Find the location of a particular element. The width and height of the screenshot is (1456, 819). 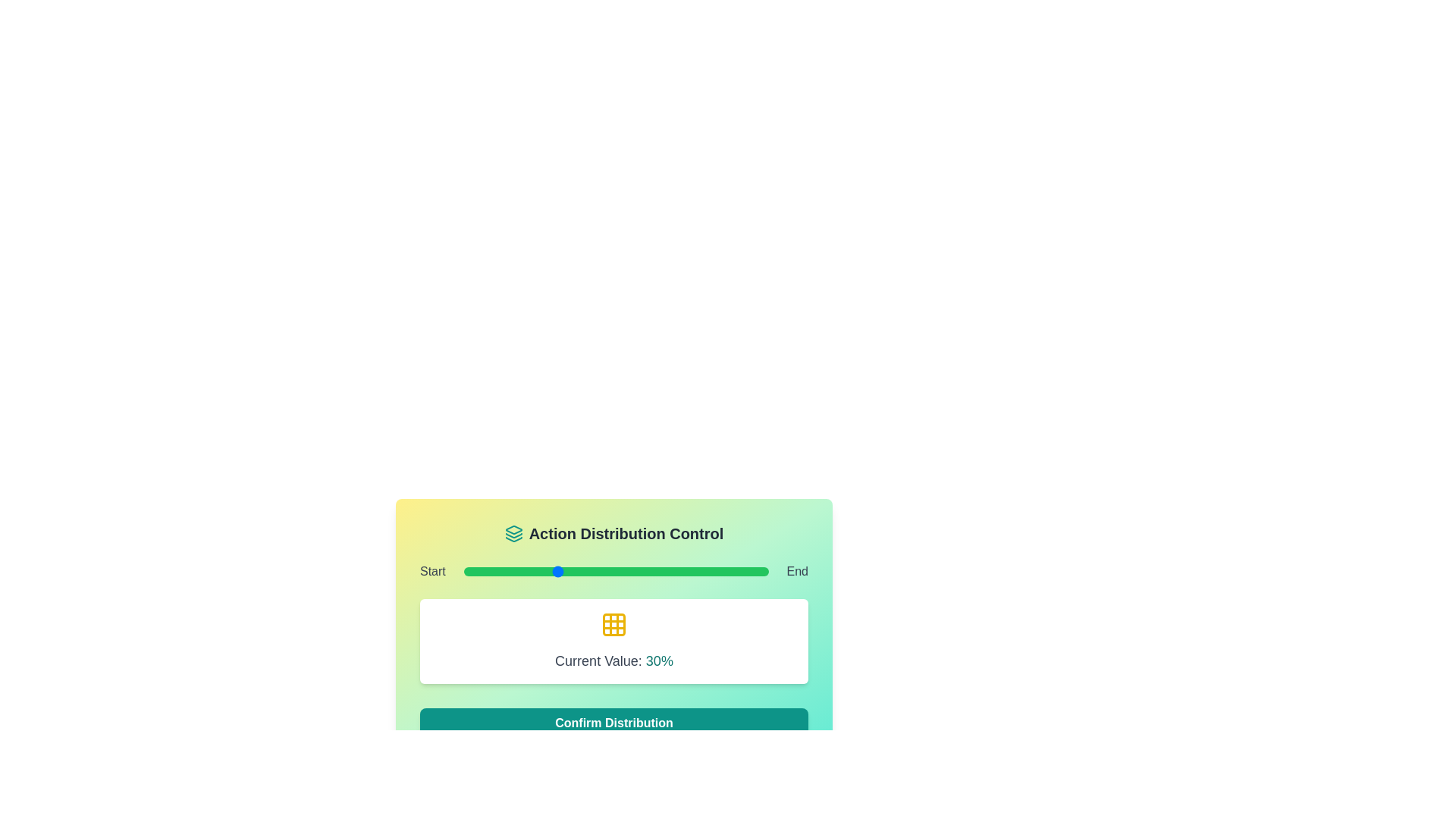

the slider to set its value to 99% is located at coordinates (765, 571).